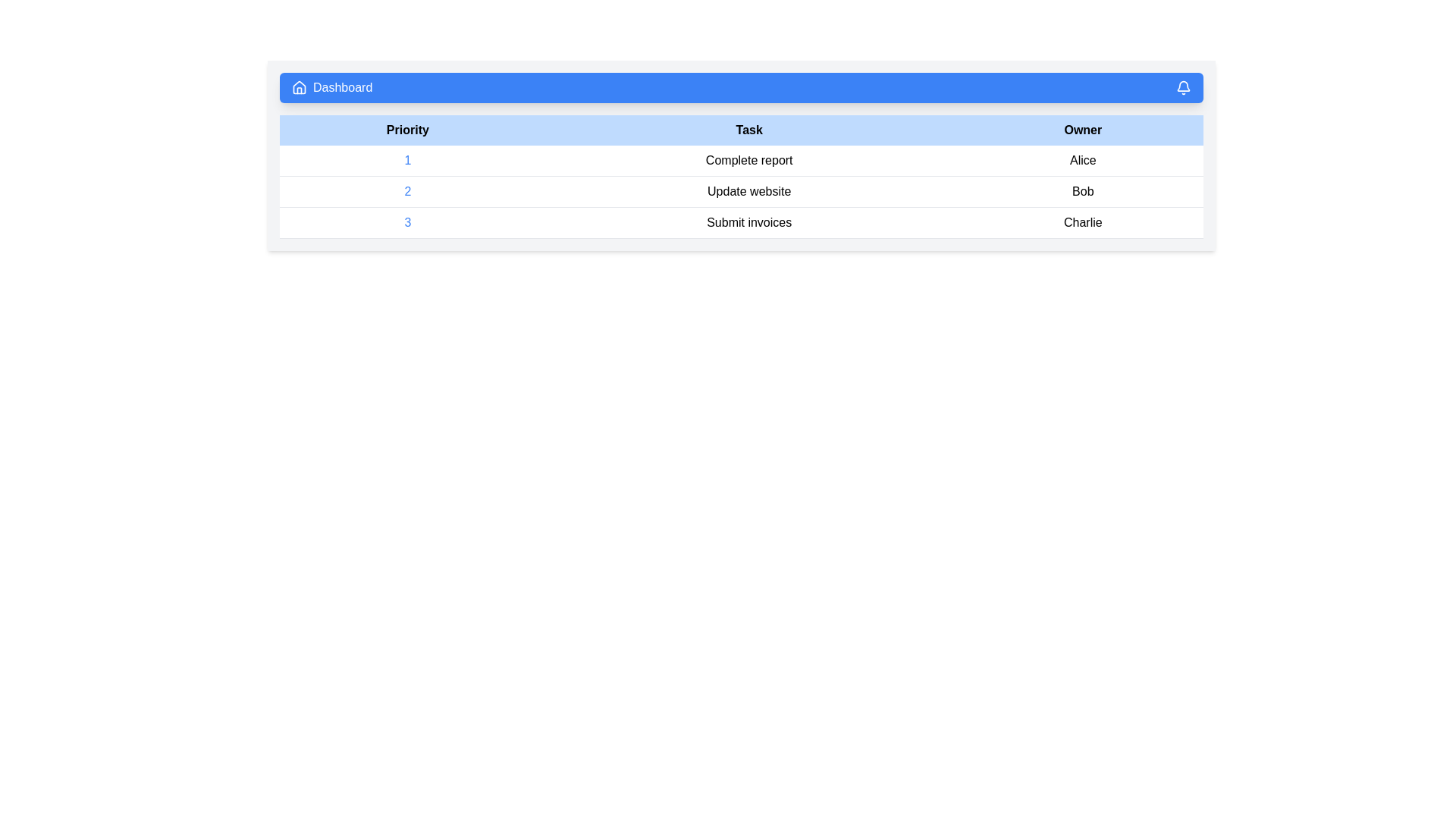  I want to click on the house icon SVG located in the top-left corner of the interface, next to the 'Dashboard' text, so click(299, 87).